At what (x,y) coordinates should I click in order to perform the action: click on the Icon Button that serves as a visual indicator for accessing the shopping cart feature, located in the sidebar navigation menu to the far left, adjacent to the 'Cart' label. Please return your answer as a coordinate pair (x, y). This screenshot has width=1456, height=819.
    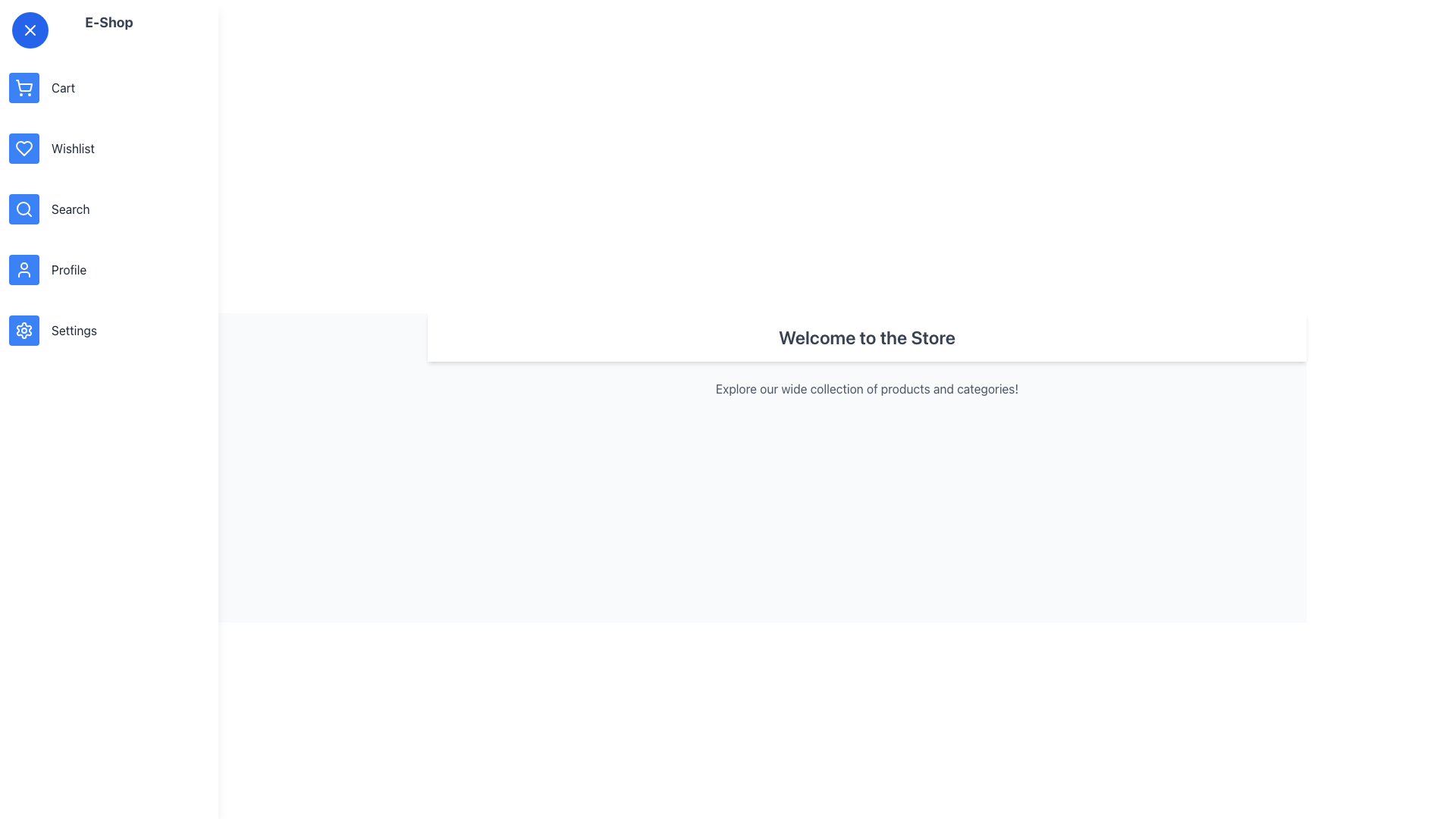
    Looking at the image, I should click on (24, 87).